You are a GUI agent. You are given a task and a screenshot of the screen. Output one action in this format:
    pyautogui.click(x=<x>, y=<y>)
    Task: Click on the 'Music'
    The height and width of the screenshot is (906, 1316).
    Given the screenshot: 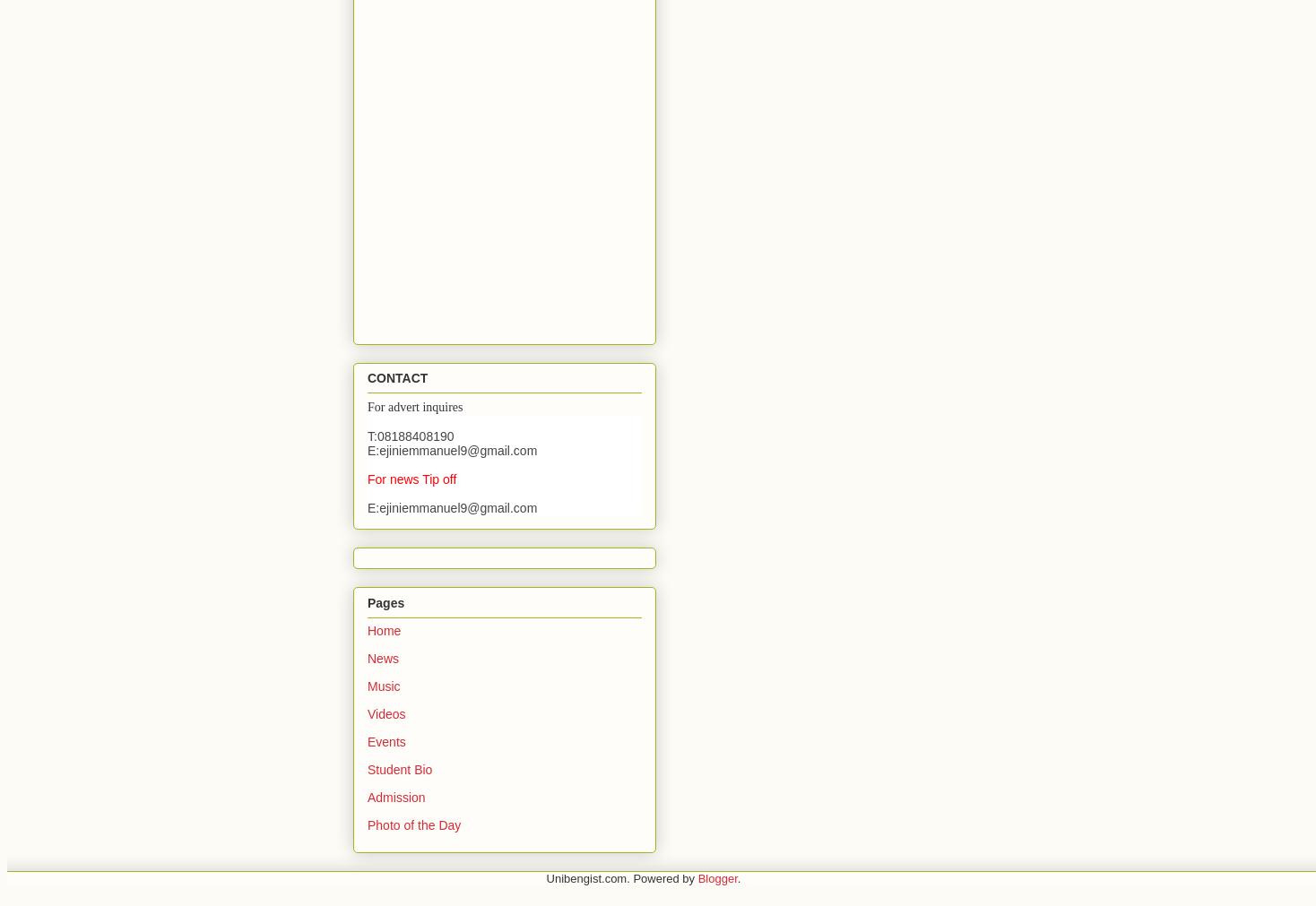 What is the action you would take?
    pyautogui.click(x=383, y=685)
    